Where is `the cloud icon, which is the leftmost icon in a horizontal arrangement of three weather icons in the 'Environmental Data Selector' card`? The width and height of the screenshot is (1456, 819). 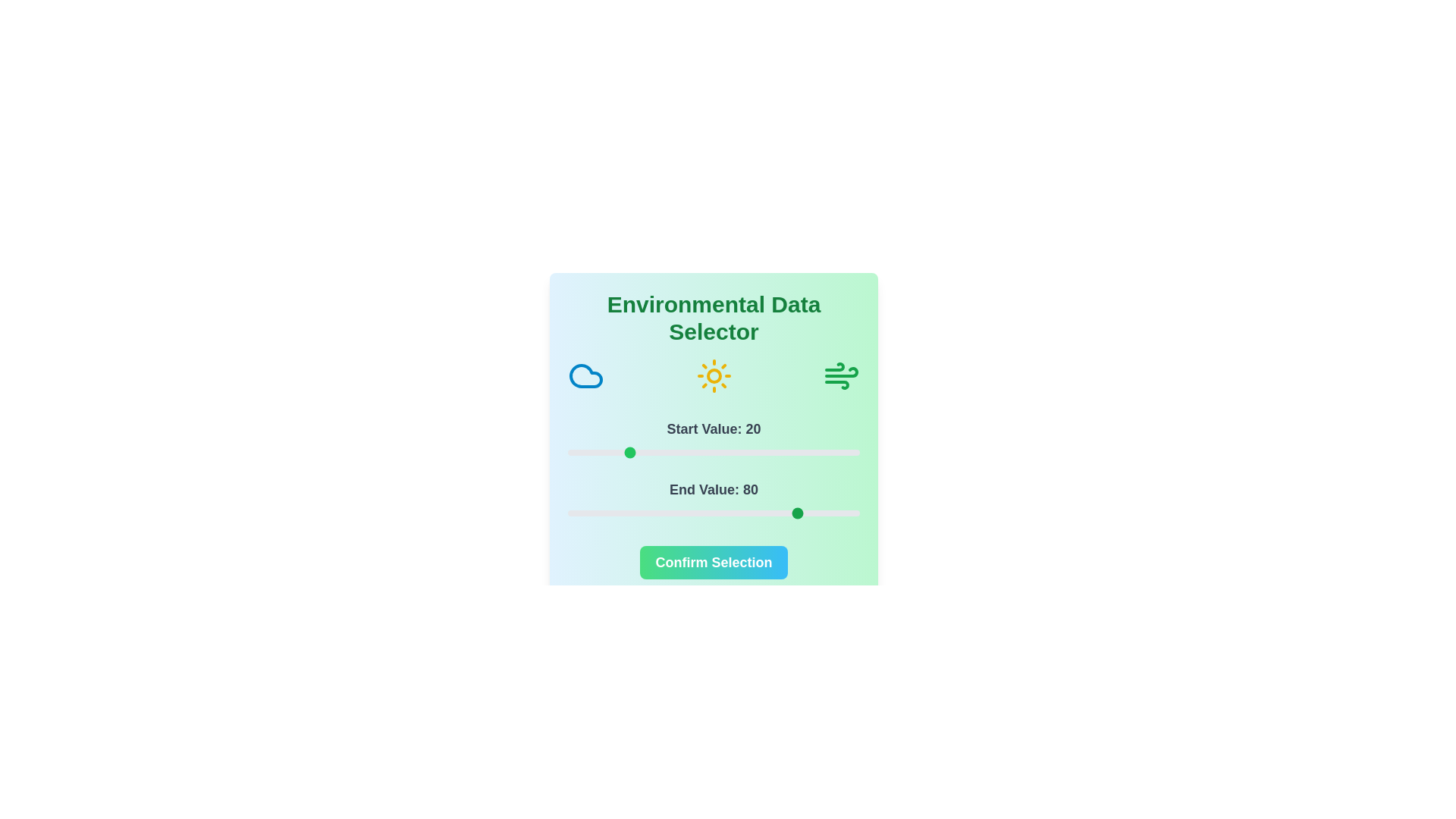
the cloud icon, which is the leftmost icon in a horizontal arrangement of three weather icons in the 'Environmental Data Selector' card is located at coordinates (585, 375).